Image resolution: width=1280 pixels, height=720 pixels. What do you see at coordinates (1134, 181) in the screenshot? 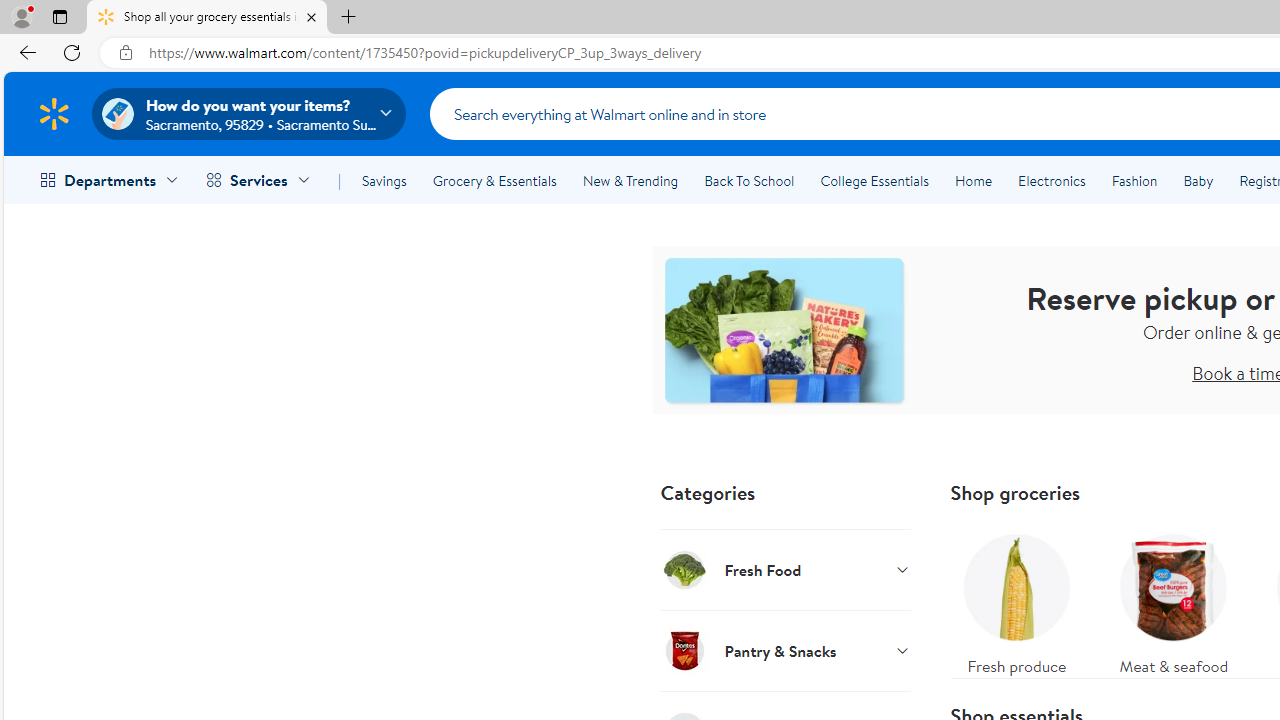
I see `'Fashion'` at bounding box center [1134, 181].